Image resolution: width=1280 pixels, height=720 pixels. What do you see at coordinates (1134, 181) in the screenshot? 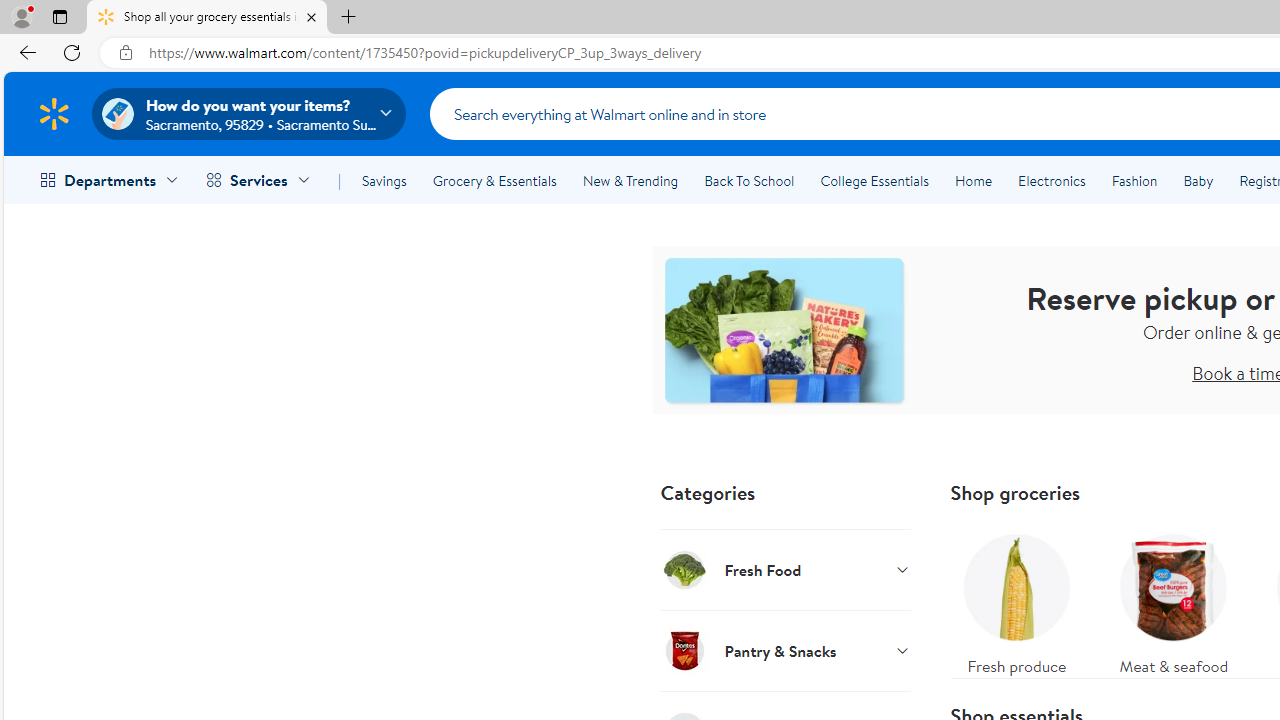
I see `'Fashion'` at bounding box center [1134, 181].